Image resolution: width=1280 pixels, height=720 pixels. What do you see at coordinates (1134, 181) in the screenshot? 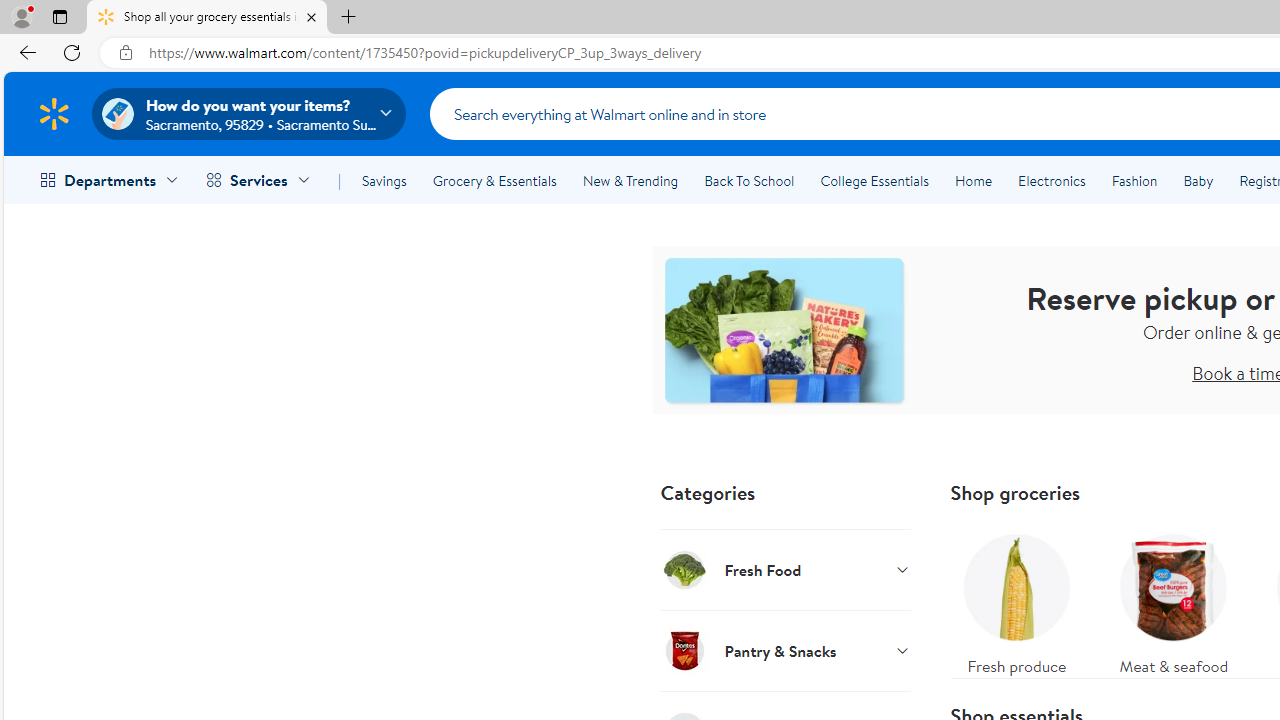
I see `'Fashion'` at bounding box center [1134, 181].